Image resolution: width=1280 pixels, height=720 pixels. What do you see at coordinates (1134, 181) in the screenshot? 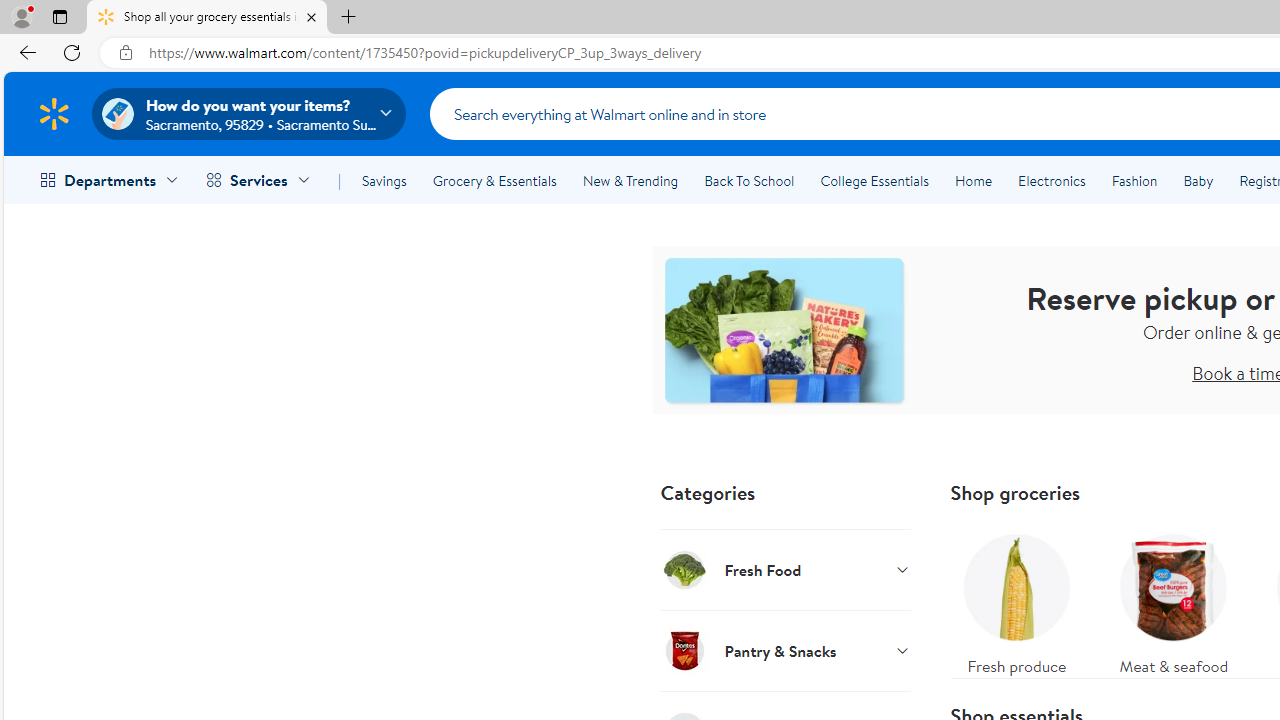
I see `'Fashion'` at bounding box center [1134, 181].